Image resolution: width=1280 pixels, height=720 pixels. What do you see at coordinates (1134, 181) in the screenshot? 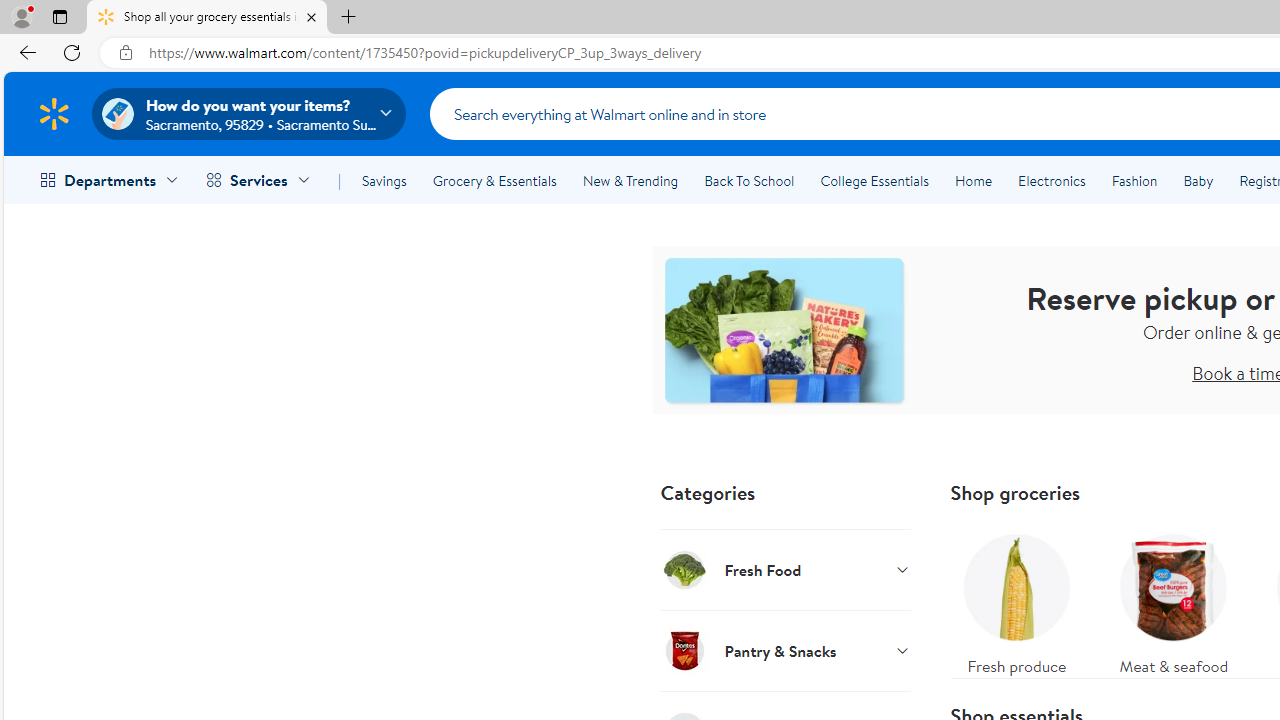
I see `'Fashion'` at bounding box center [1134, 181].